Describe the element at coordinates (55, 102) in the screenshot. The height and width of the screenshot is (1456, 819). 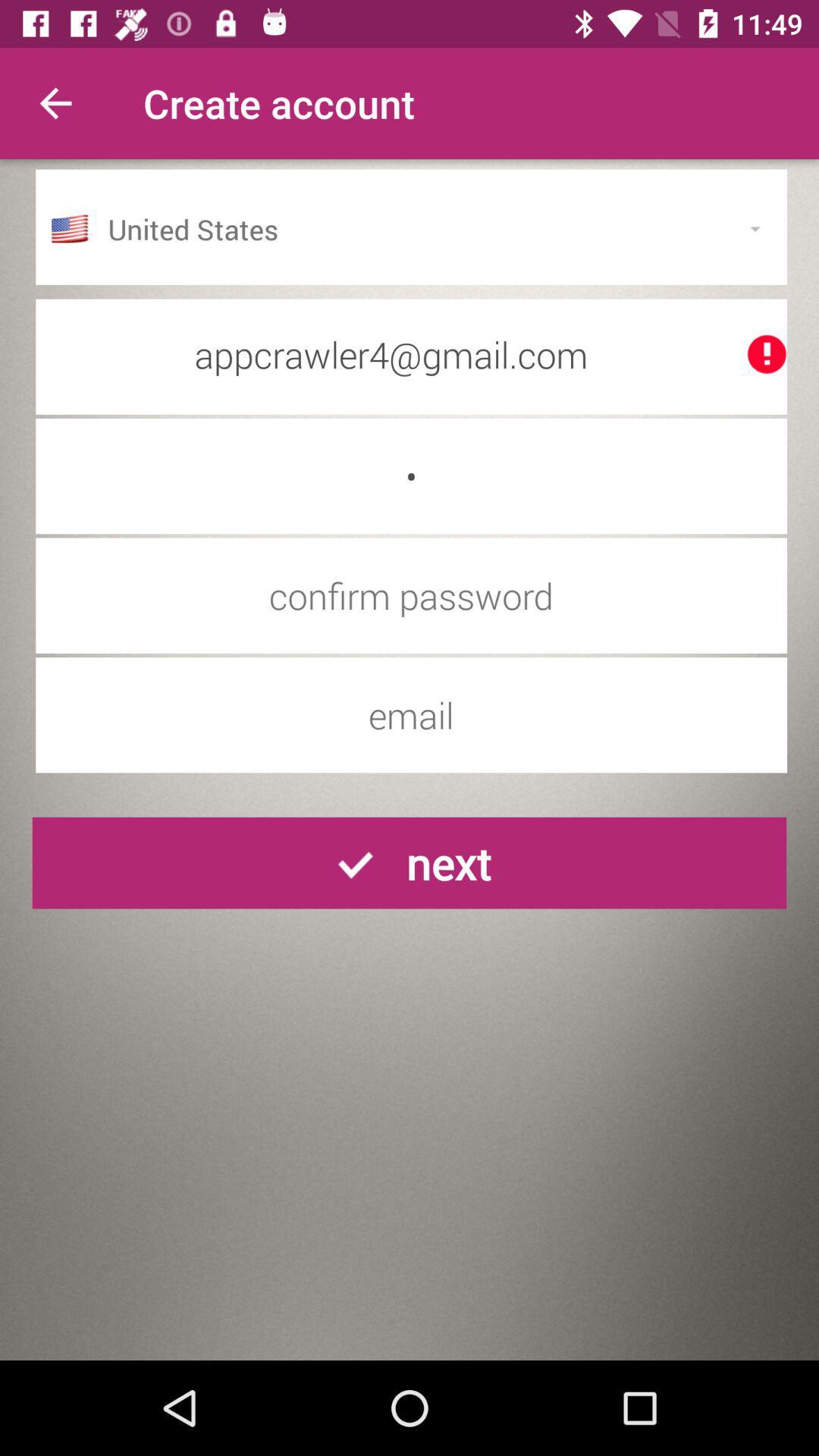
I see `item to the left of the create account item` at that location.